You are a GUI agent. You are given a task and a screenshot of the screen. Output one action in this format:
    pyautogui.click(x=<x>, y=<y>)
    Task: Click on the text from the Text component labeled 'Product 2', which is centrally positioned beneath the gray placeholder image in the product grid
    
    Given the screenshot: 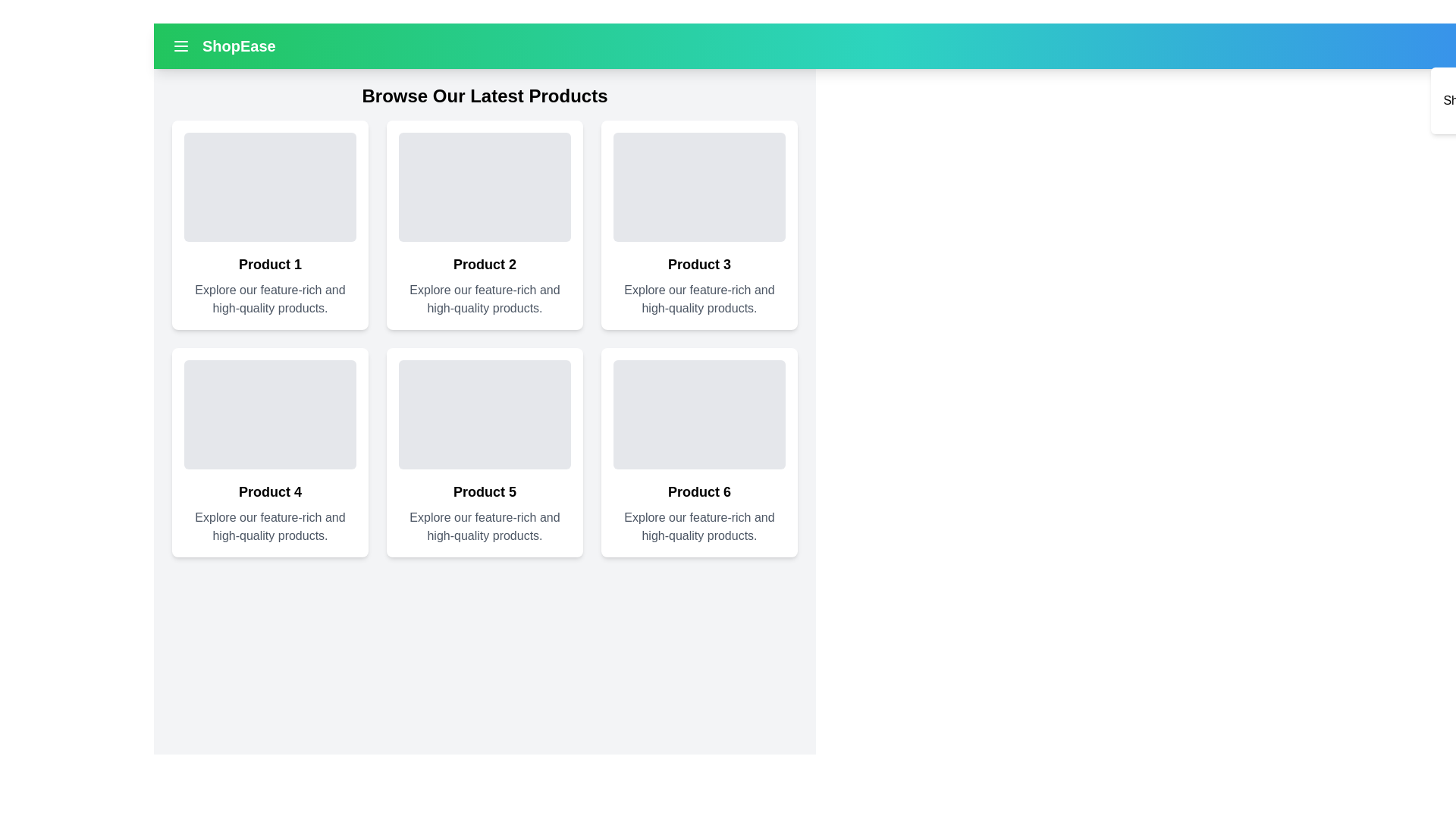 What is the action you would take?
    pyautogui.click(x=484, y=263)
    